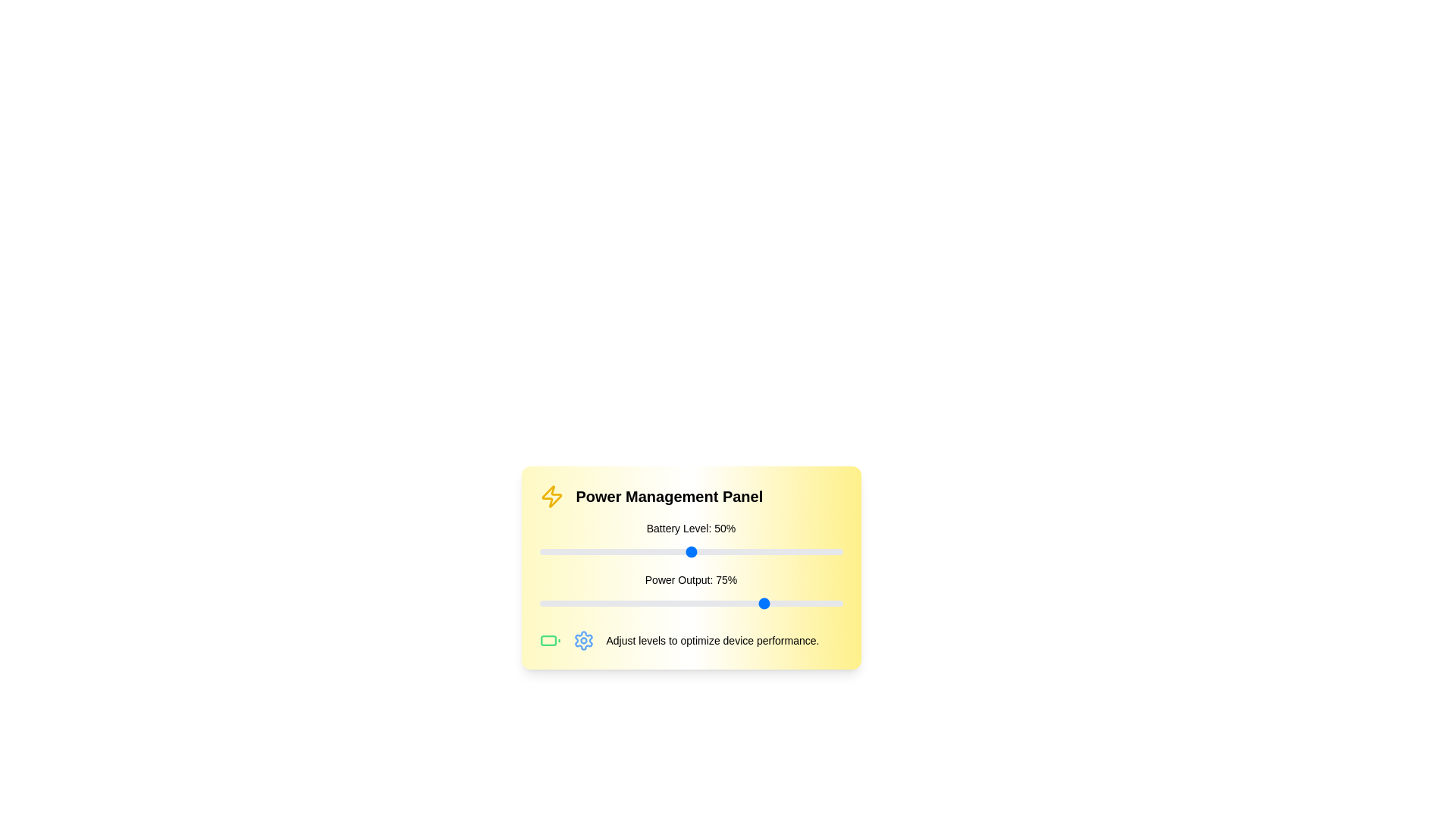 The height and width of the screenshot is (819, 1456). What do you see at coordinates (808, 602) in the screenshot?
I see `the 'Power Output' slider to 89%` at bounding box center [808, 602].